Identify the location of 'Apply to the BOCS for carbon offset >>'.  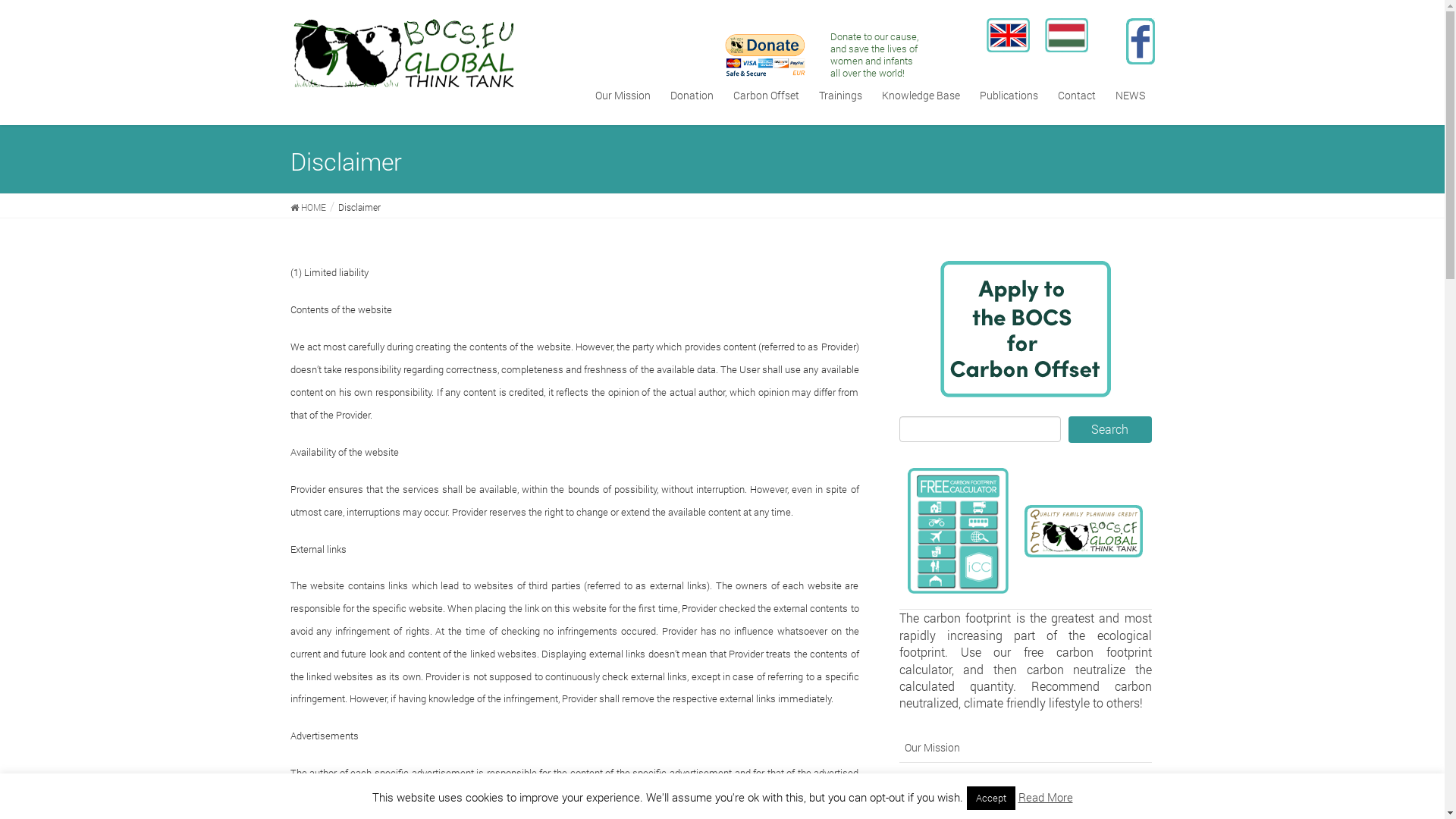
(1025, 328).